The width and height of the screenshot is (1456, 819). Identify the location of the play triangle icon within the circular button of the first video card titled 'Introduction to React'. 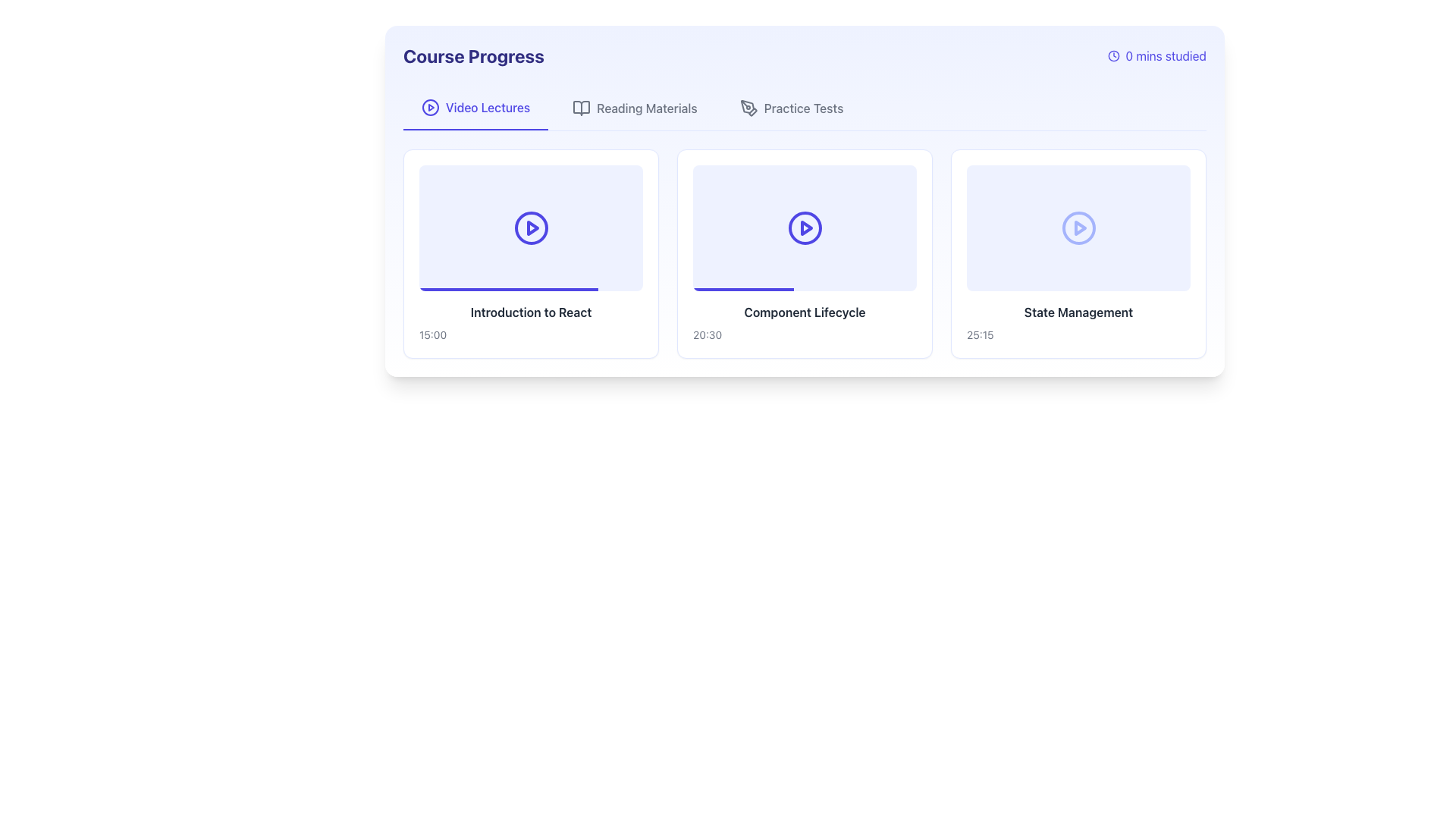
(532, 227).